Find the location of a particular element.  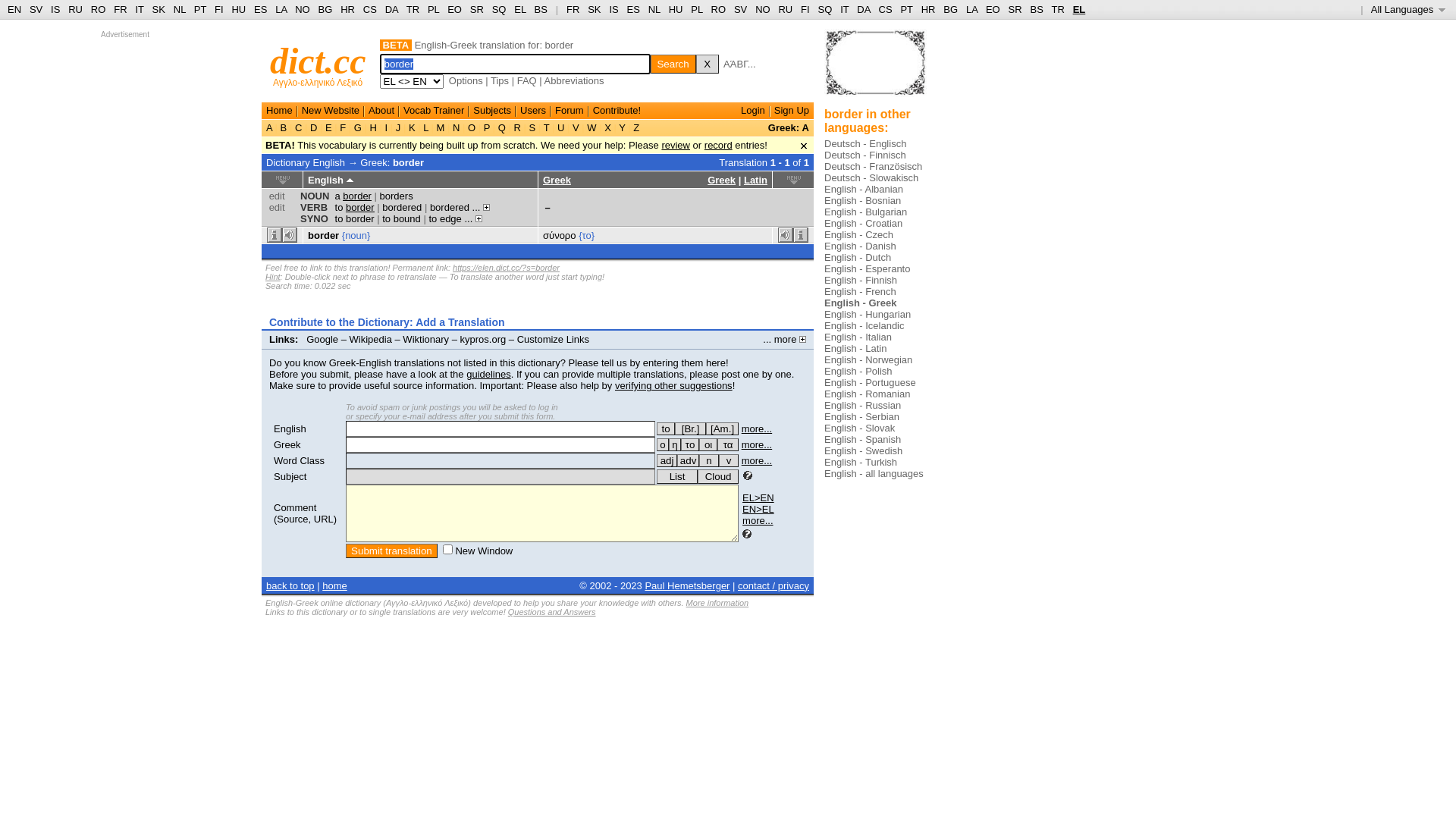

'Subjects' is located at coordinates (491, 109).